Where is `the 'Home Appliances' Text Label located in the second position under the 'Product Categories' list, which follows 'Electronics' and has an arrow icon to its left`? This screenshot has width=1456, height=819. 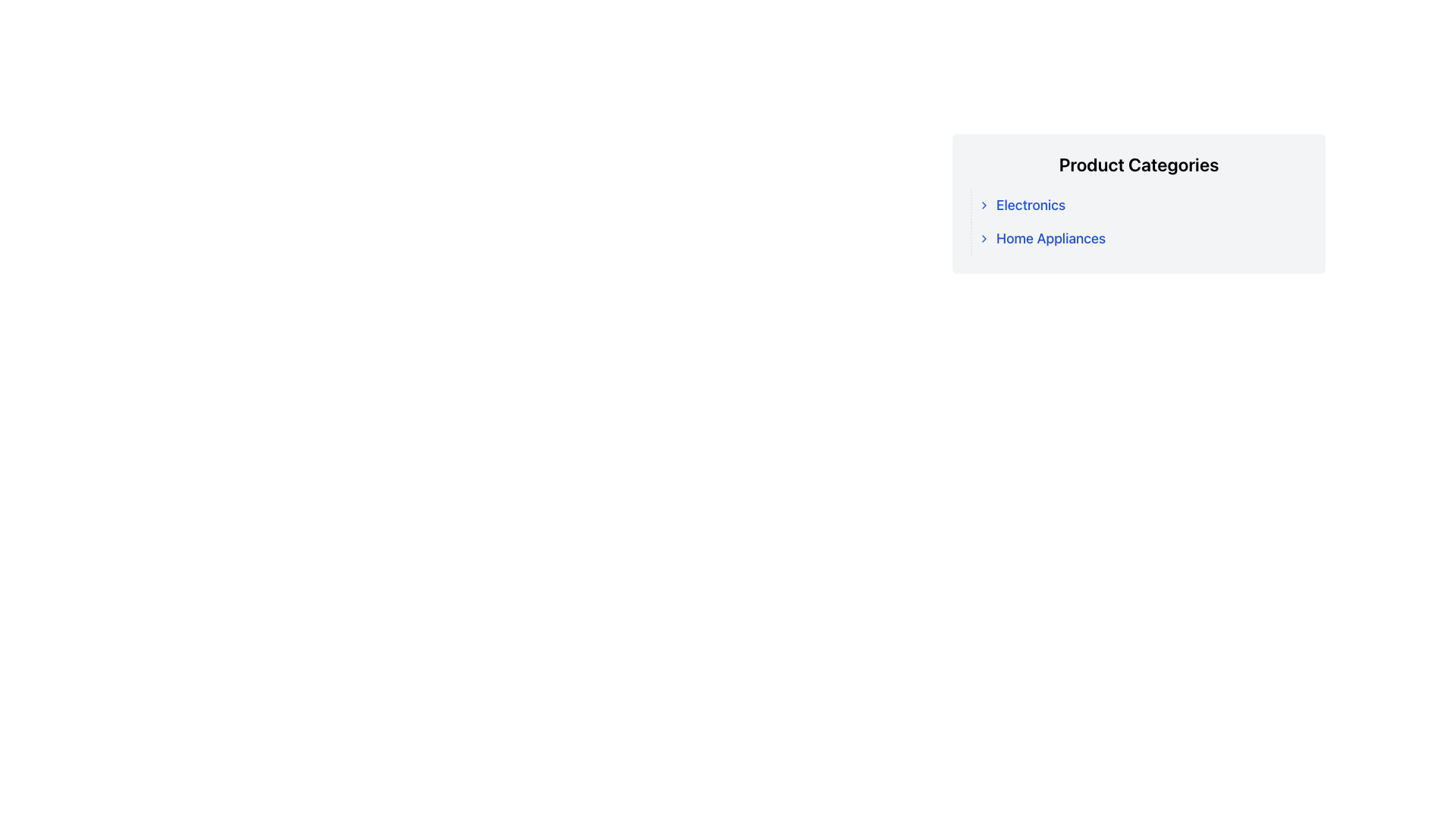 the 'Home Appliances' Text Label located in the second position under the 'Product Categories' list, which follows 'Electronics' and has an arrow icon to its left is located at coordinates (1050, 239).